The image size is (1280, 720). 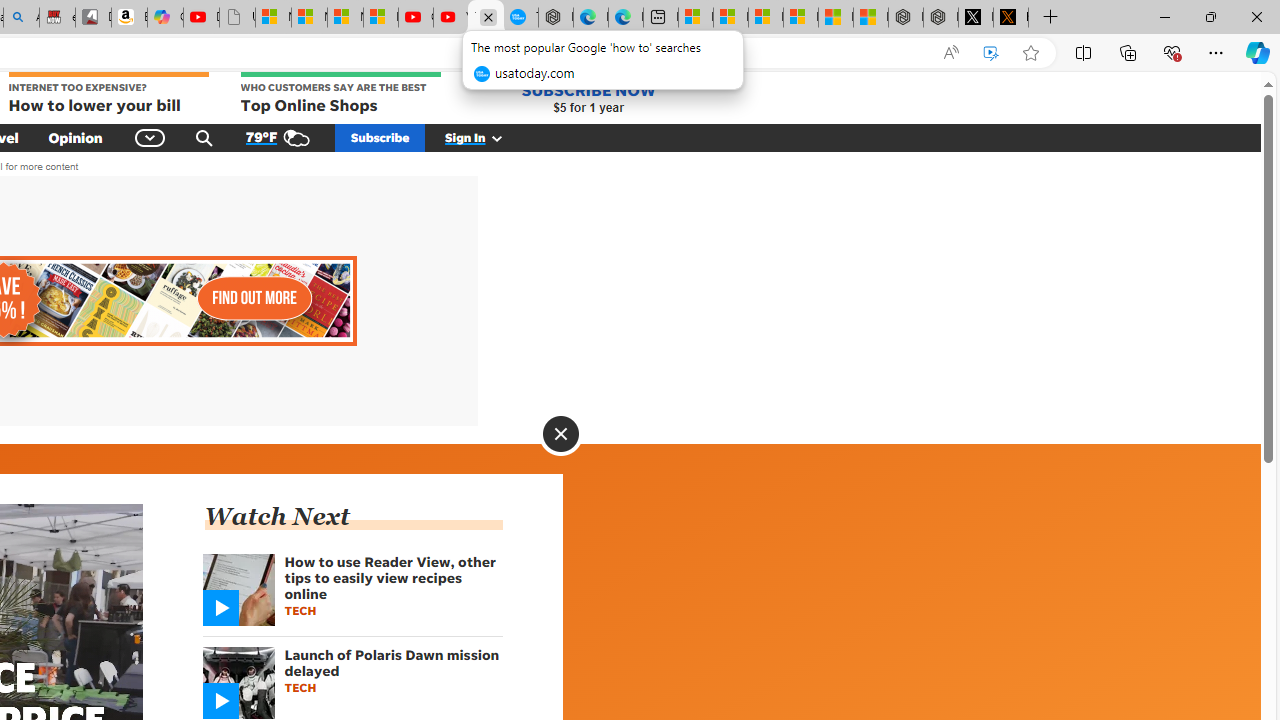 I want to click on 'Class: gnt_n_us_a_svg', so click(x=493, y=136).